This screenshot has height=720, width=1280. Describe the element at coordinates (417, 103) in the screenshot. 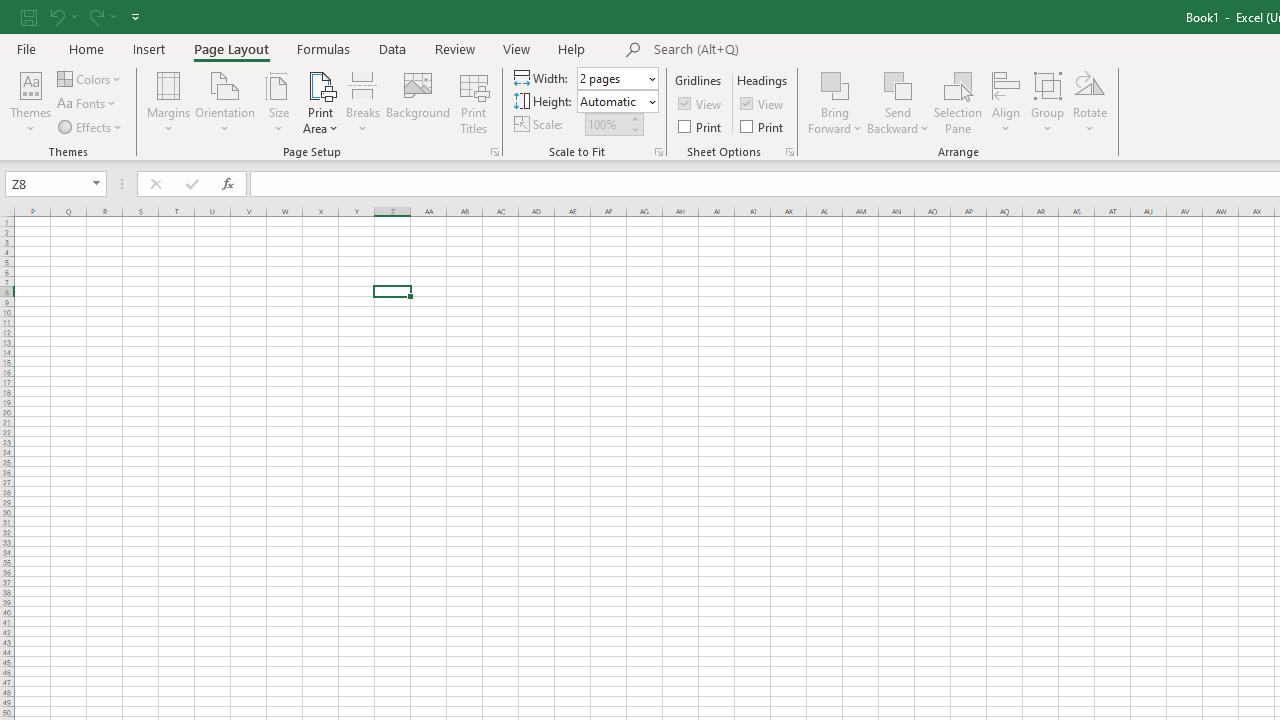

I see `'Background...'` at that location.